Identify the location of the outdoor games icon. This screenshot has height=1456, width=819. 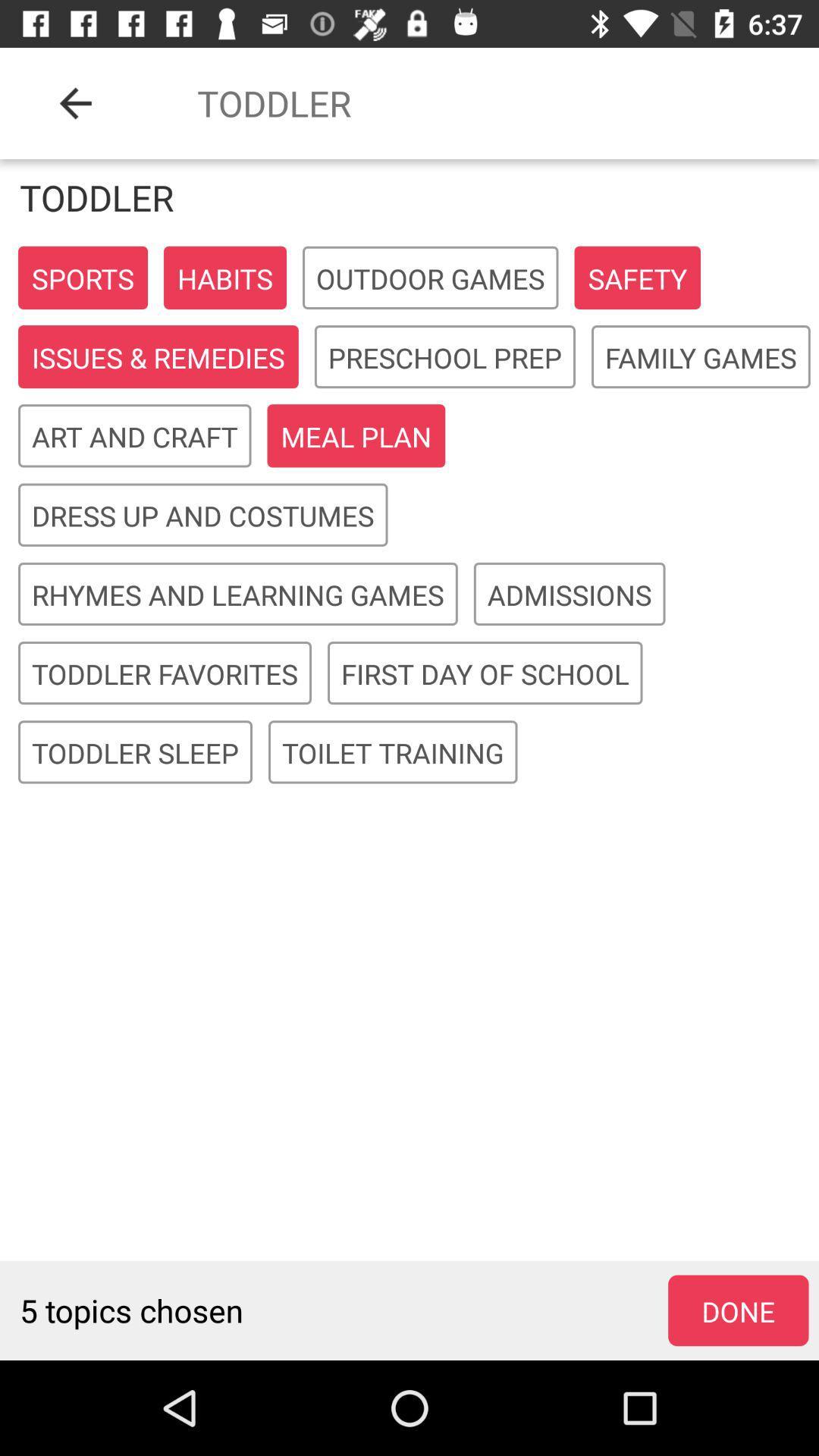
(430, 278).